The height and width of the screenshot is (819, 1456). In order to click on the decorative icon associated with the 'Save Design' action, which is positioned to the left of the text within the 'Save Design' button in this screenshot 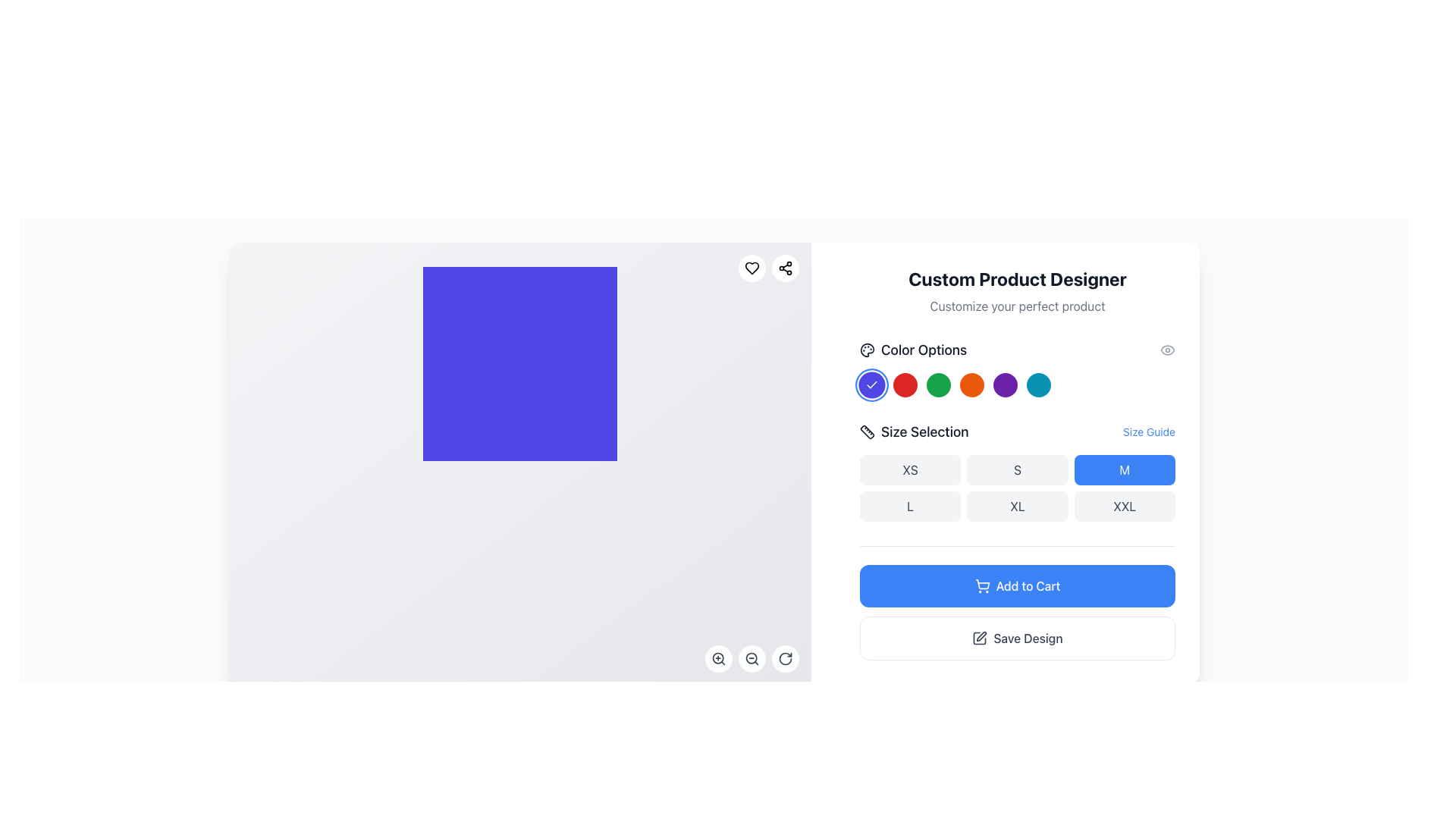, I will do `click(980, 638)`.